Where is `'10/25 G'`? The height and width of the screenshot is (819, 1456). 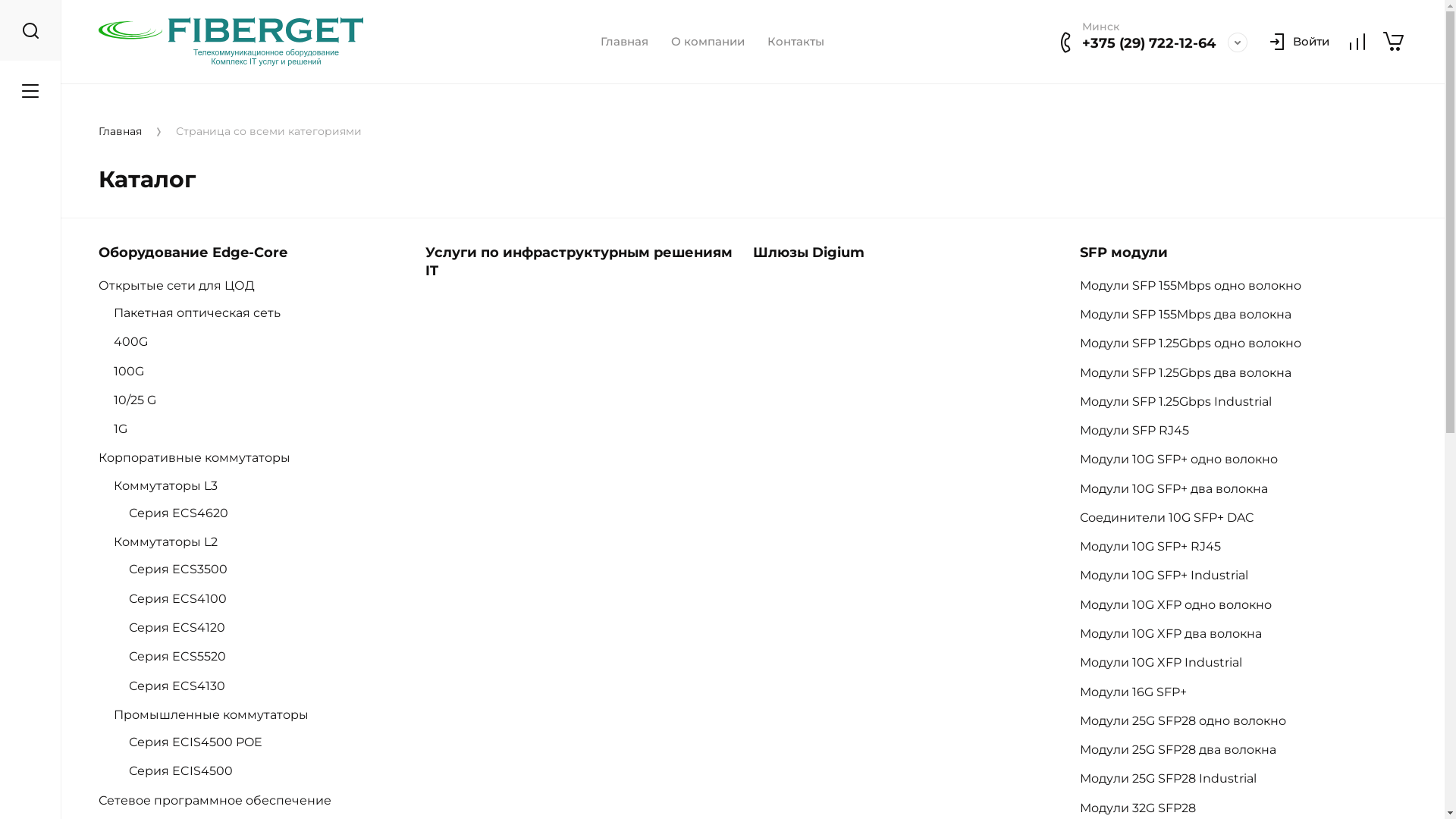
'10/25 G' is located at coordinates (142, 399).